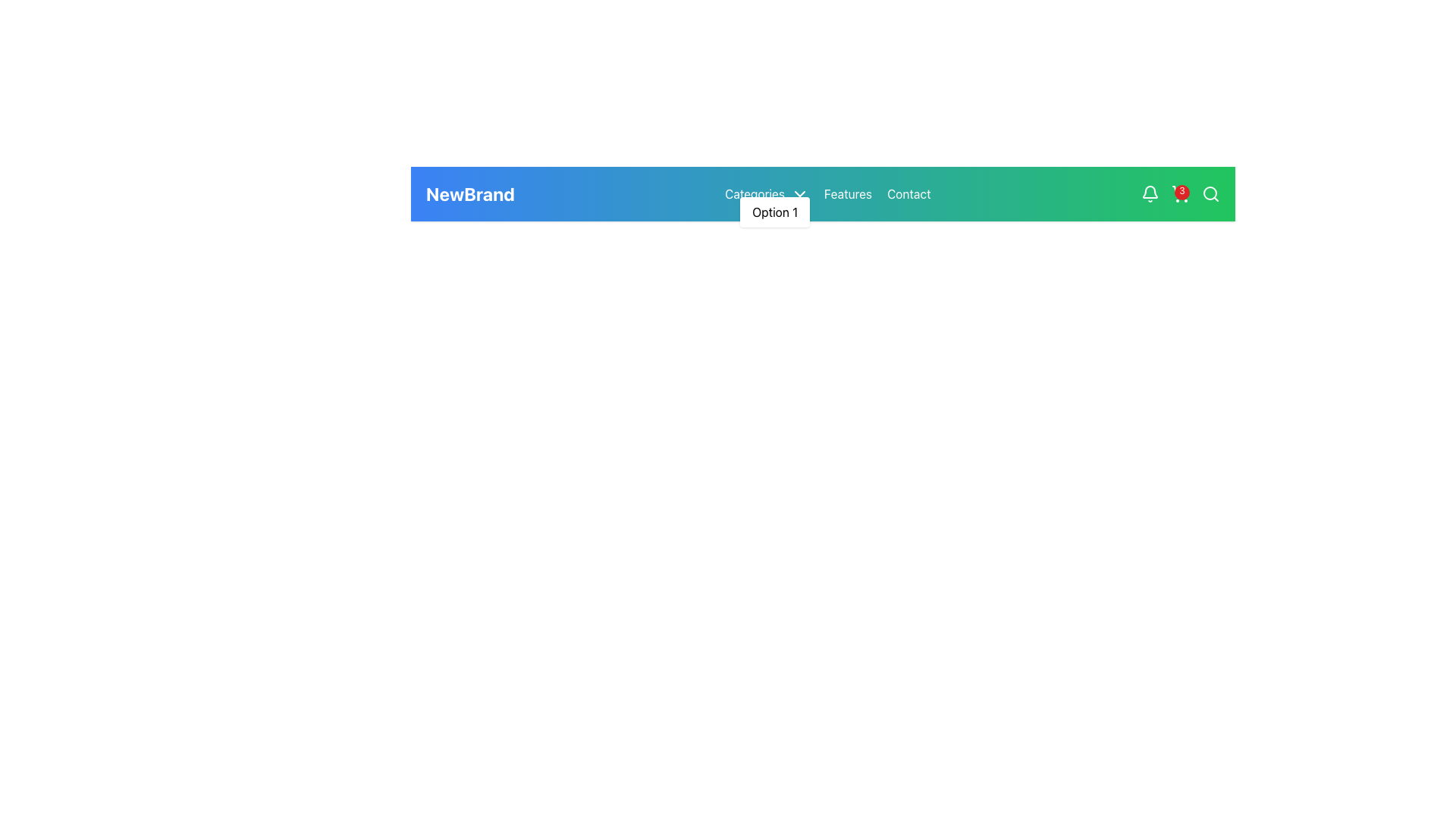  What do you see at coordinates (775, 212) in the screenshot?
I see `the 'Option 1' link located` at bounding box center [775, 212].